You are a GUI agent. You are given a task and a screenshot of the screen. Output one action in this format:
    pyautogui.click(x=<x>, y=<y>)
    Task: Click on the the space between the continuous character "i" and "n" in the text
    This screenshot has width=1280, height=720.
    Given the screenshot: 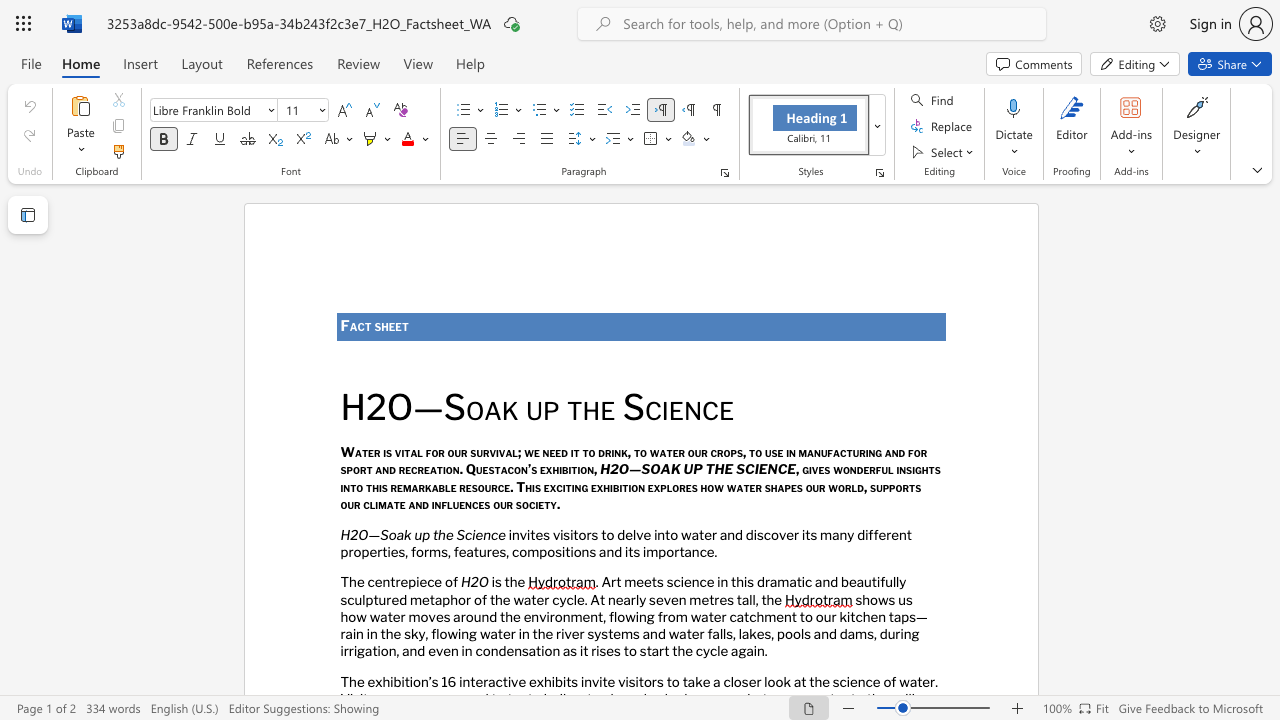 What is the action you would take?
    pyautogui.click(x=434, y=502)
    